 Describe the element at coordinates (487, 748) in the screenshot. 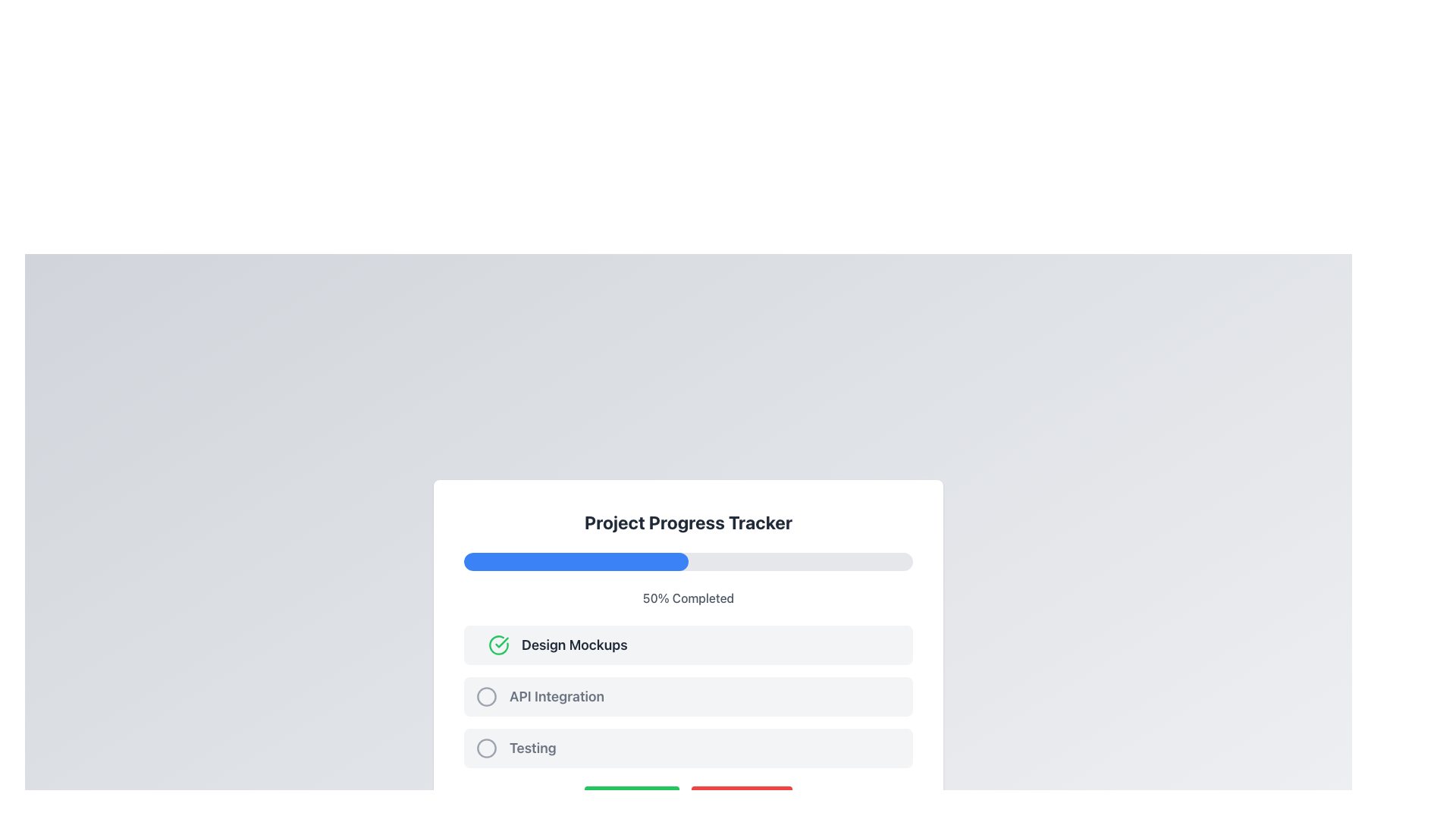

I see `the leftmost circular icon with a gray outline in the 'Testing' row, which serves as a status or selection indicator` at that location.